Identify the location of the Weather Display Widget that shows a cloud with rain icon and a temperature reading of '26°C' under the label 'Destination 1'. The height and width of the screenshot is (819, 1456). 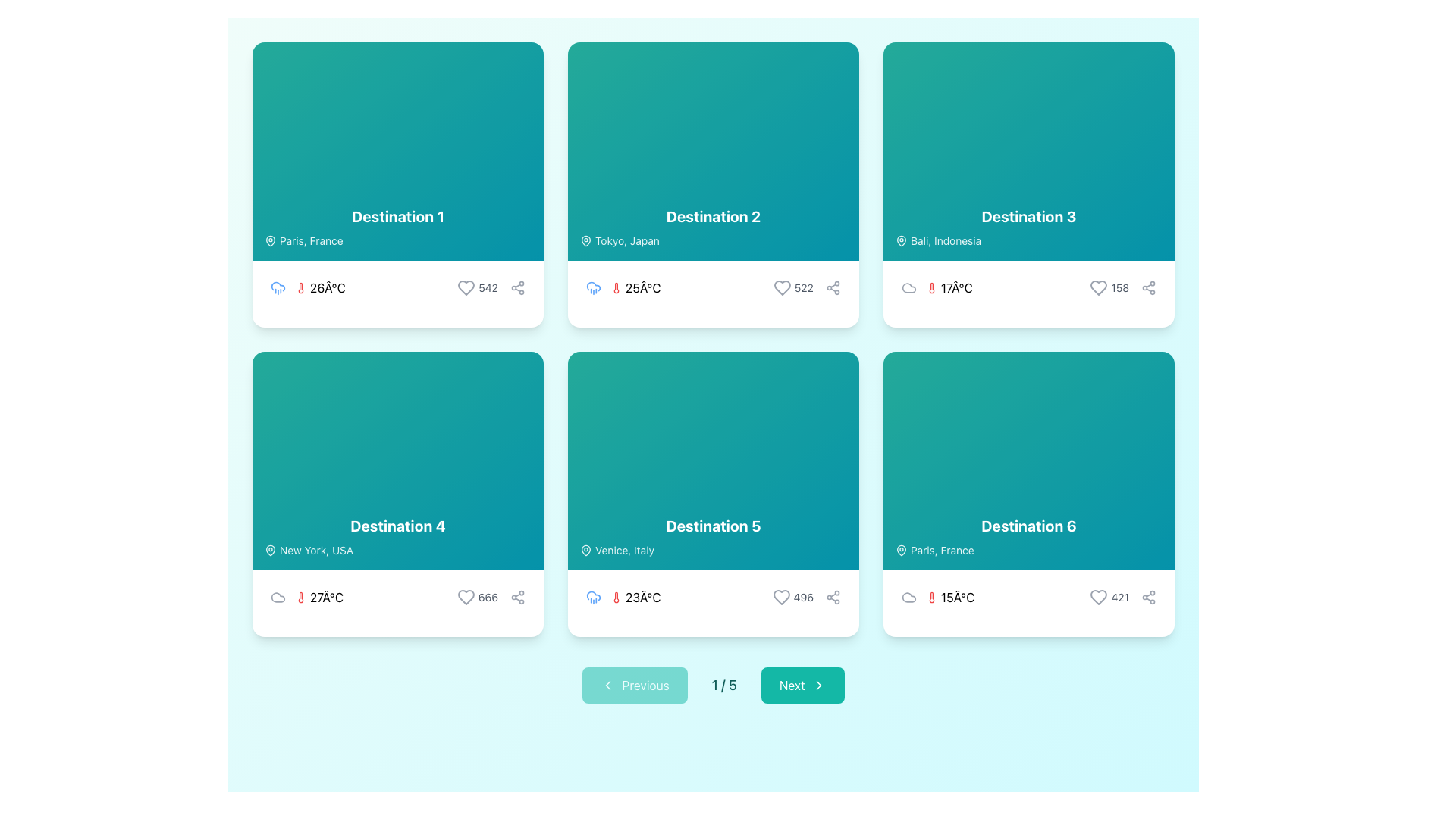
(307, 288).